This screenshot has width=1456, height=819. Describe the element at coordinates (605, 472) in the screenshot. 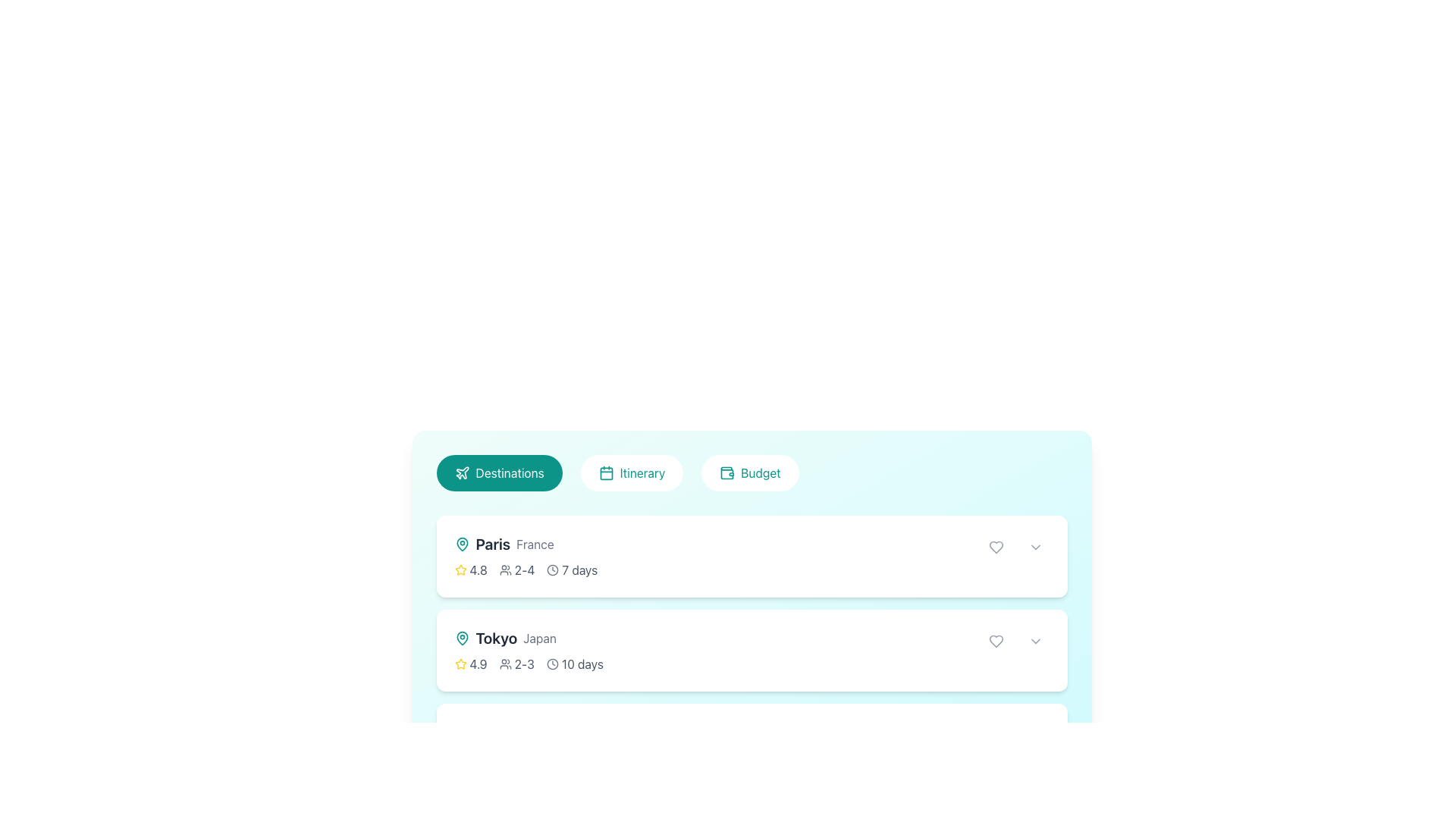

I see `the calendar icon located to the left of the 'Itinerary' button` at that location.